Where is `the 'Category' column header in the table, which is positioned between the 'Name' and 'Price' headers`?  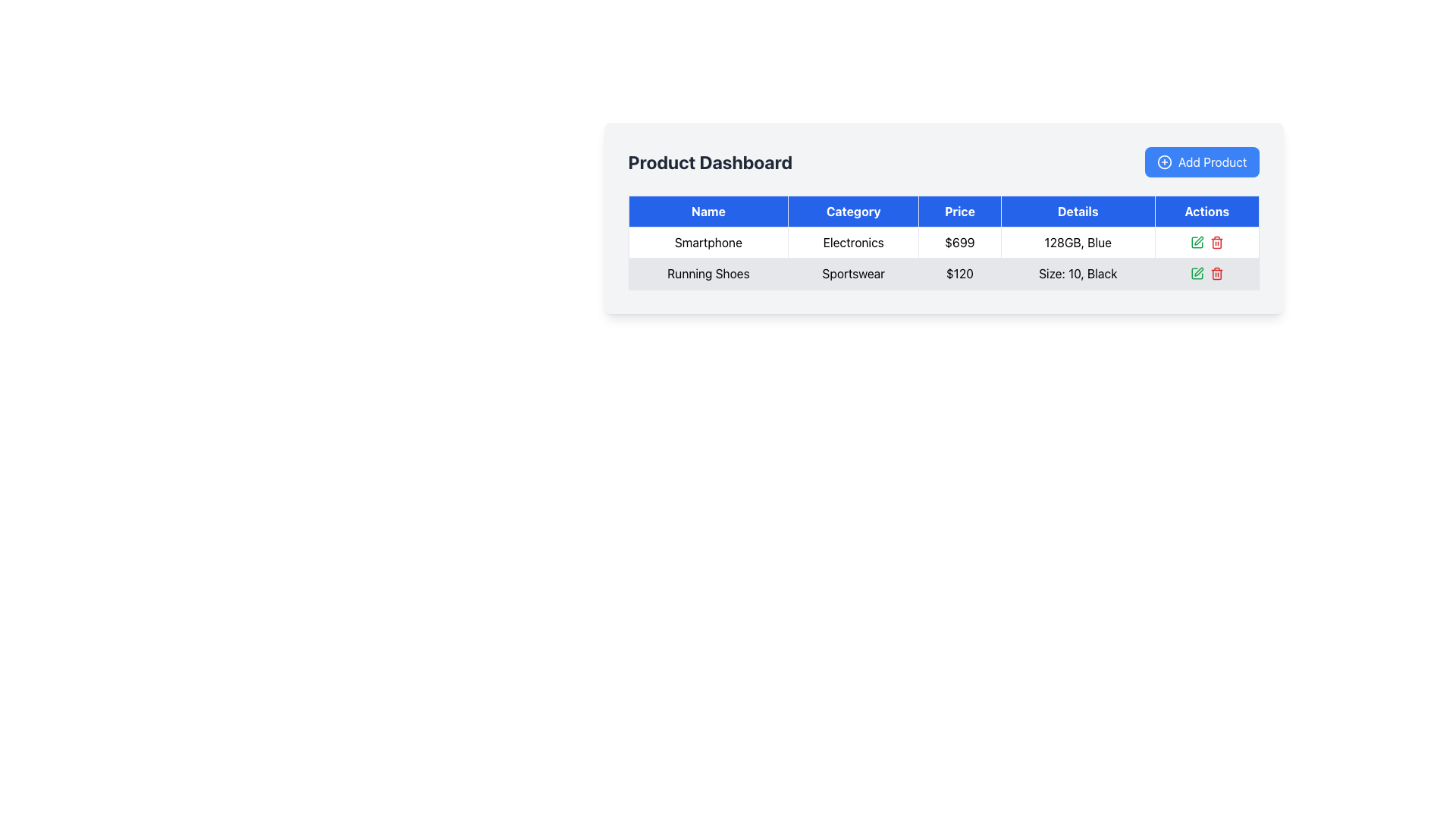
the 'Category' column header in the table, which is positioned between the 'Name' and 'Price' headers is located at coordinates (853, 211).